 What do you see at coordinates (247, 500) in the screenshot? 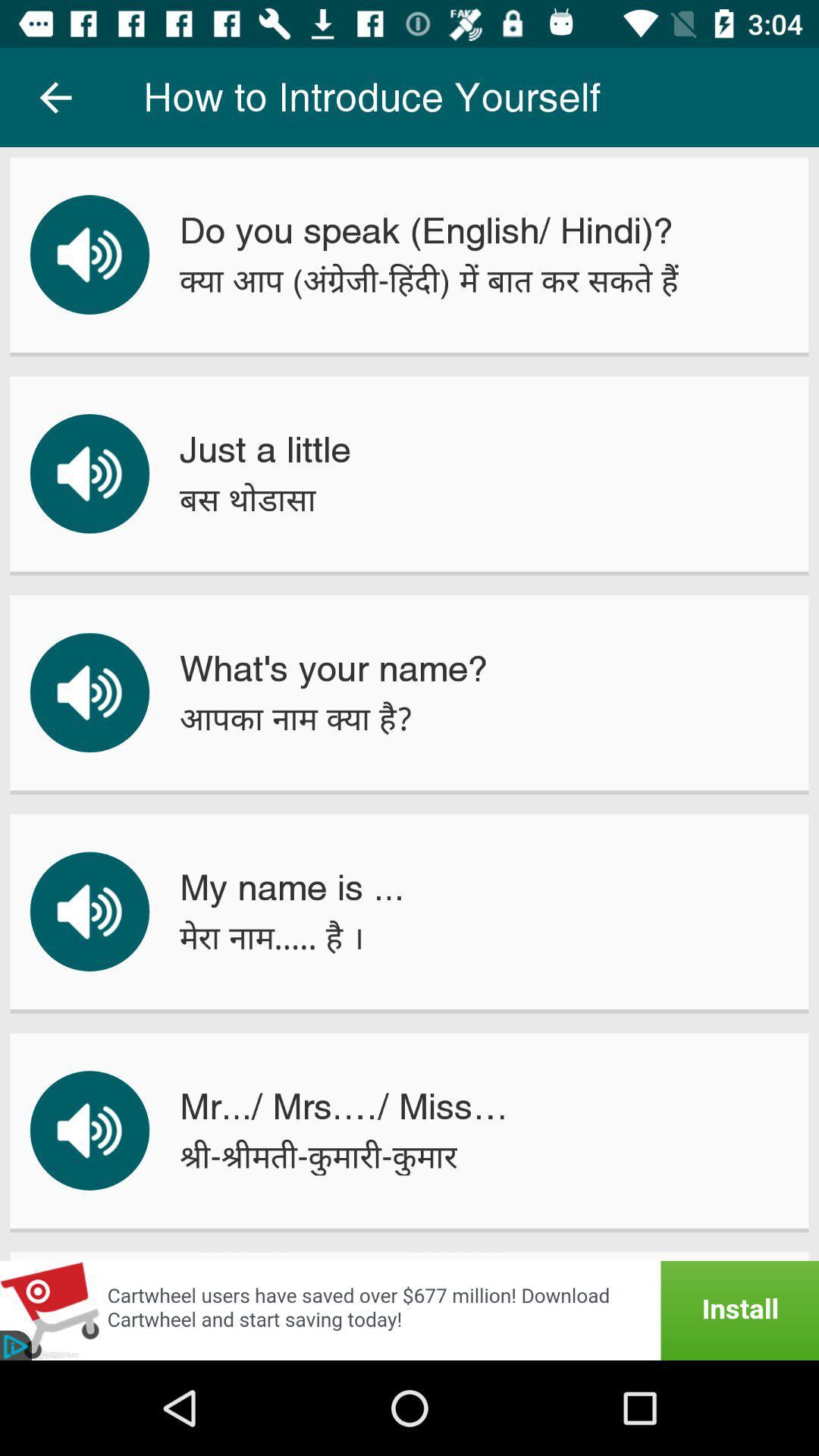
I see `icon above what s your icon` at bounding box center [247, 500].